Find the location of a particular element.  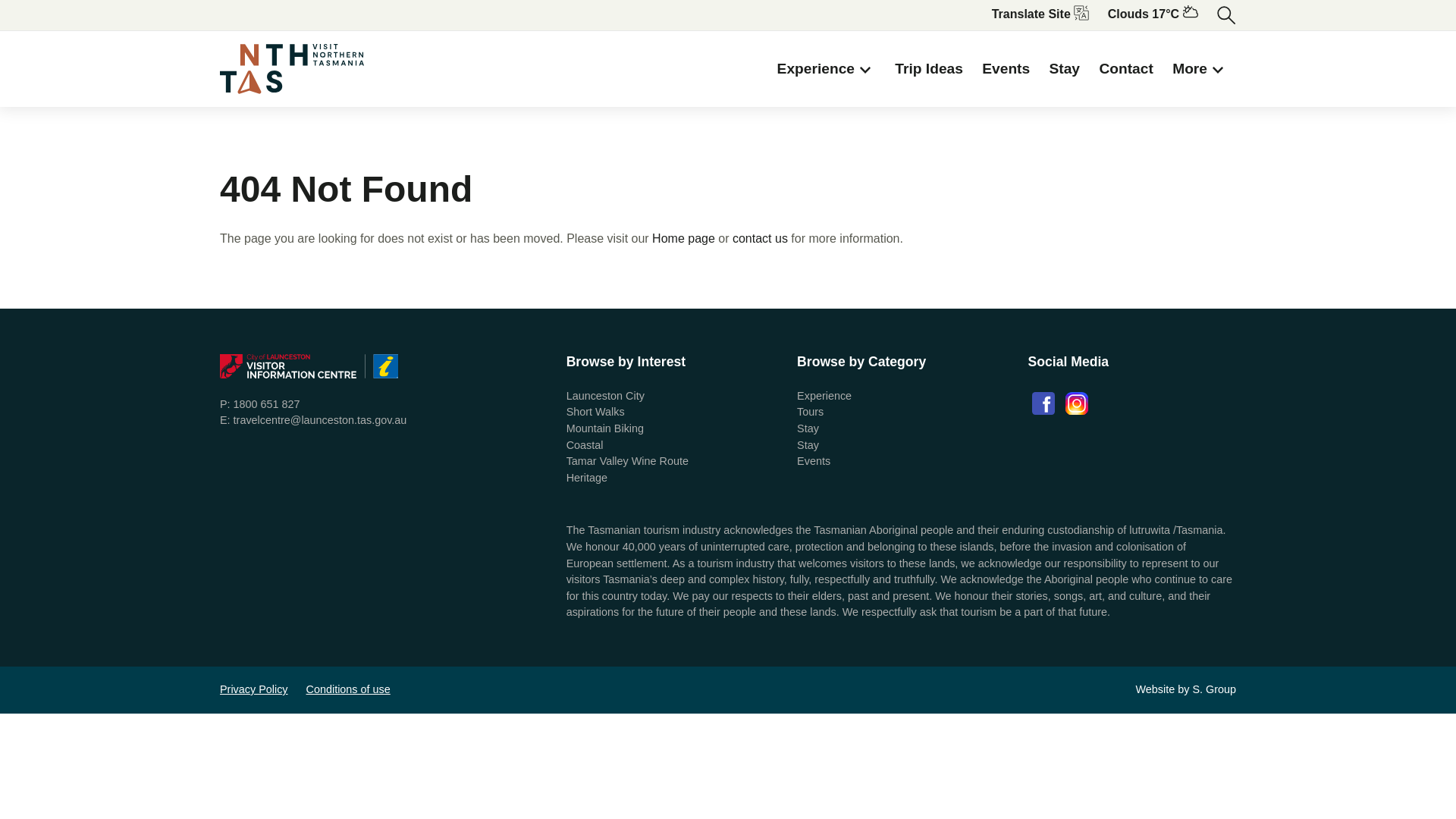

'Tamar Valley Wine Route' is located at coordinates (627, 460).